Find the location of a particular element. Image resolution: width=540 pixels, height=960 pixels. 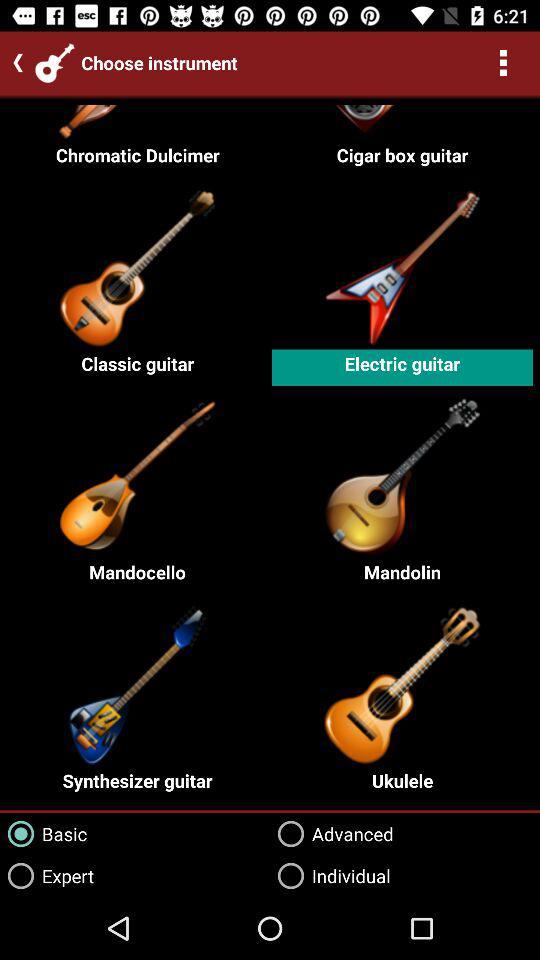

the second right image is located at coordinates (401, 474).